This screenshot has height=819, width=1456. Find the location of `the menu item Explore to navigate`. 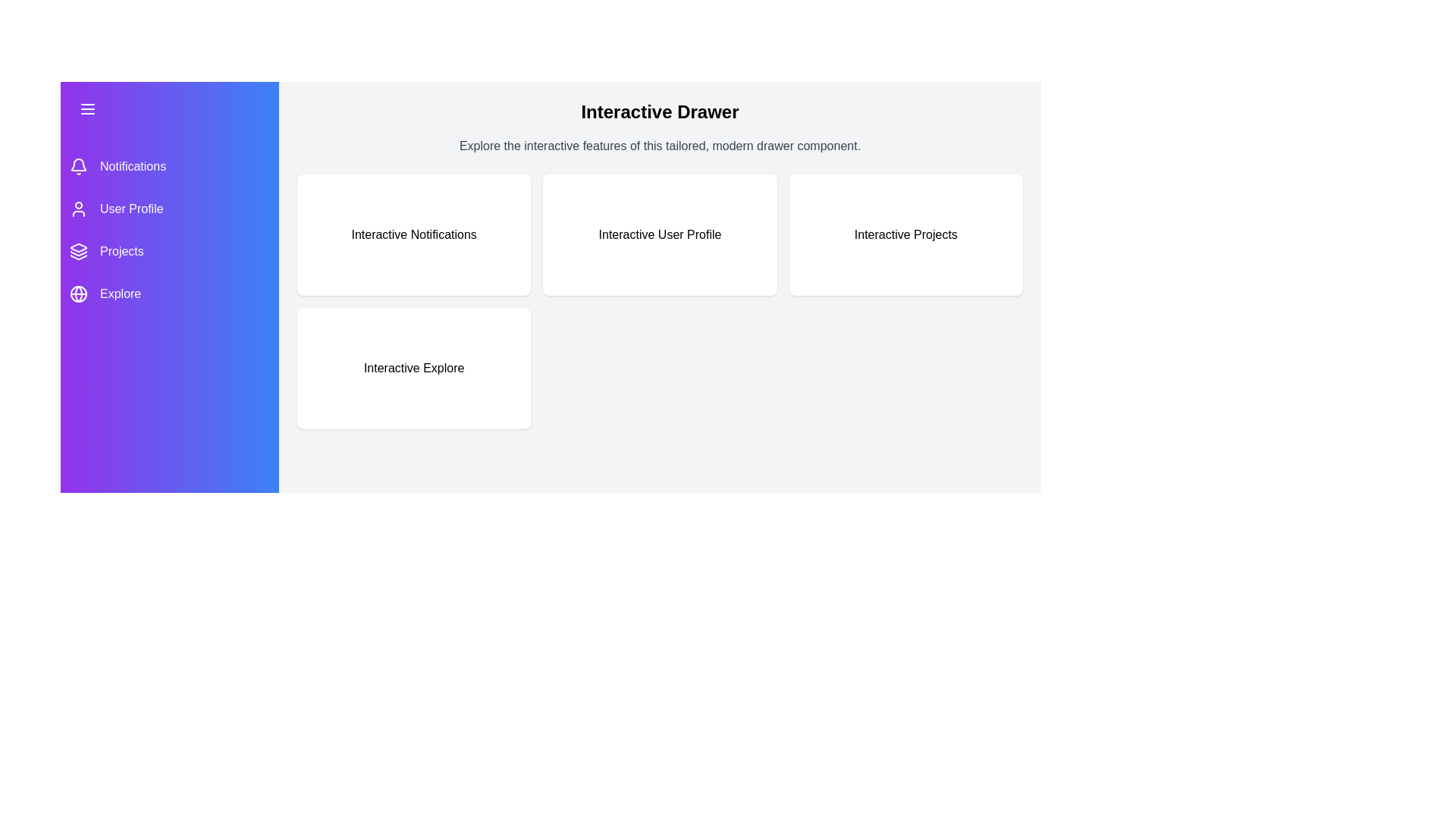

the menu item Explore to navigate is located at coordinates (170, 294).